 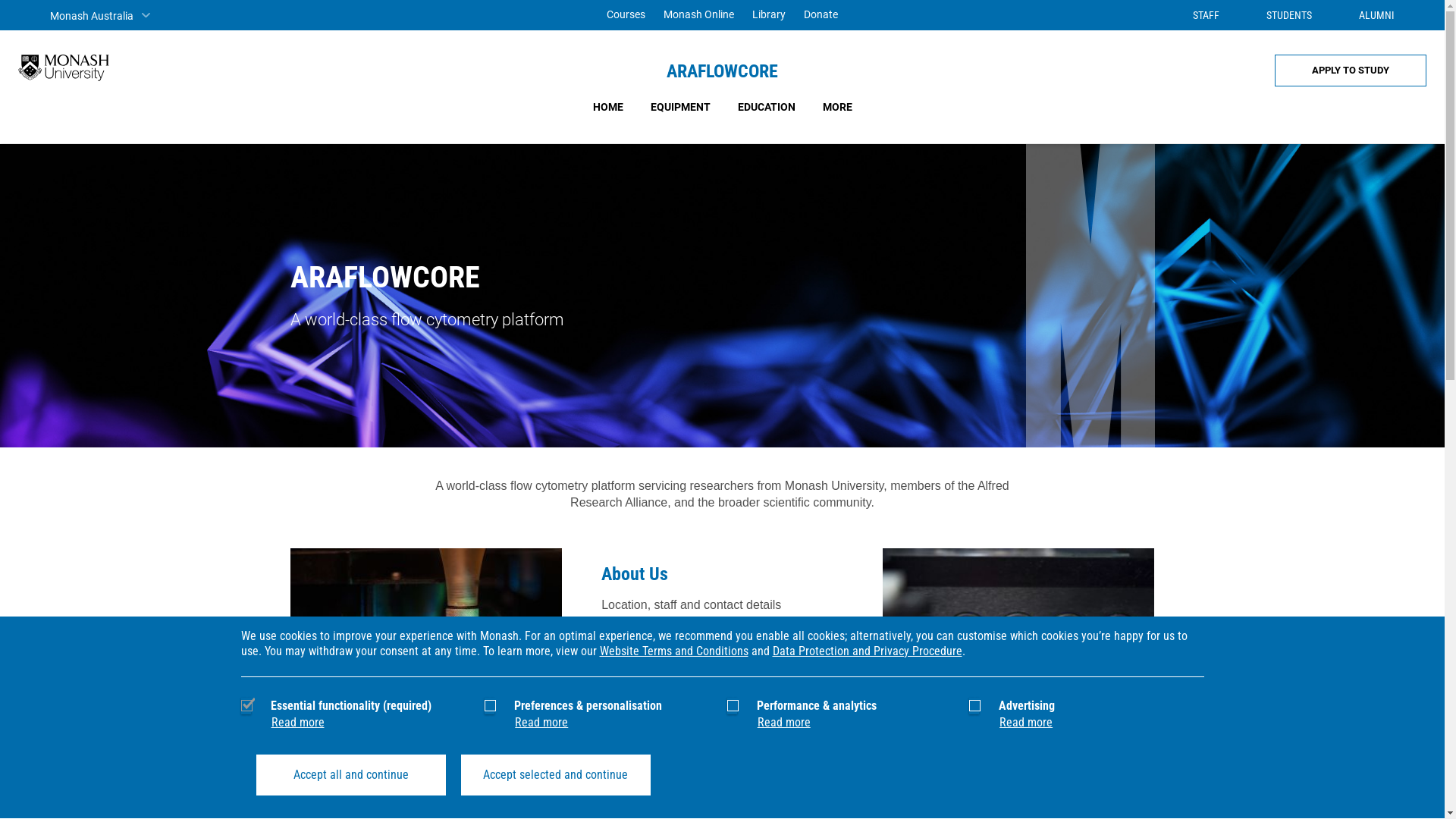 What do you see at coordinates (1350, 70) in the screenshot?
I see `'APPLY TO STUDY'` at bounding box center [1350, 70].